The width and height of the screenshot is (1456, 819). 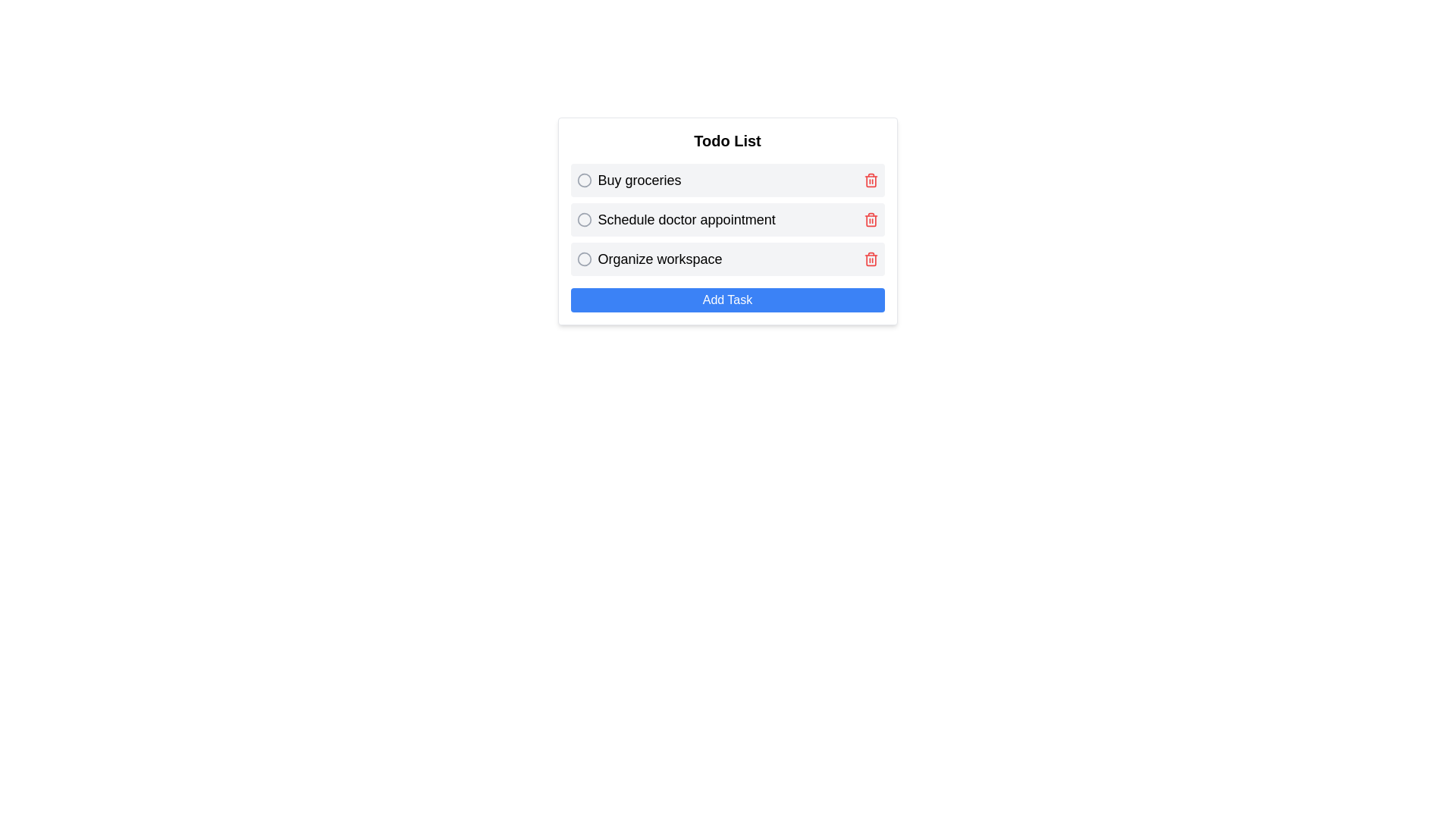 What do you see at coordinates (726, 300) in the screenshot?
I see `the 'Add Task' button located at the bottom of the 'Todo List' card` at bounding box center [726, 300].